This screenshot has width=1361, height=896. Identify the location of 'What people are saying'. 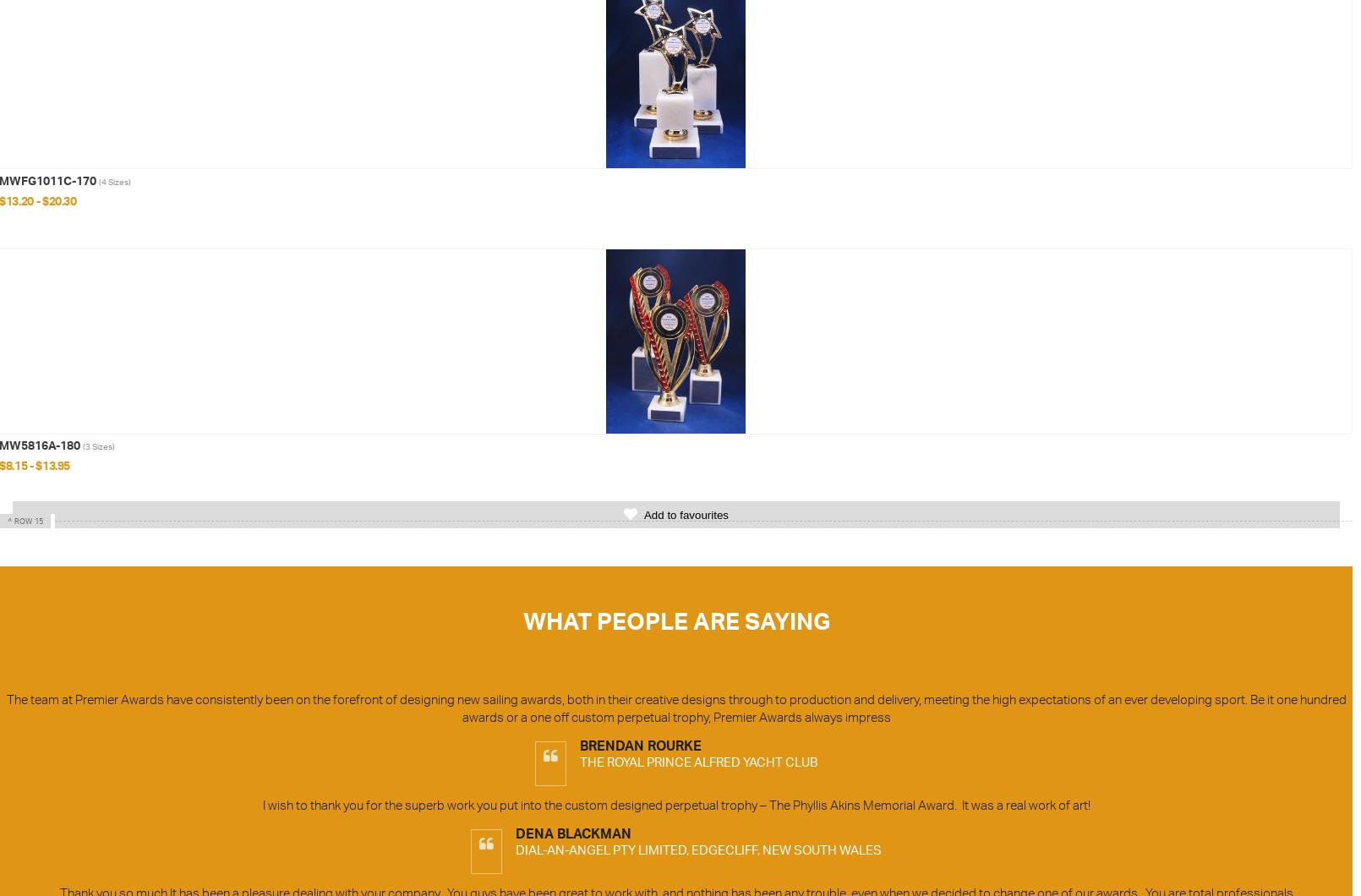
(675, 624).